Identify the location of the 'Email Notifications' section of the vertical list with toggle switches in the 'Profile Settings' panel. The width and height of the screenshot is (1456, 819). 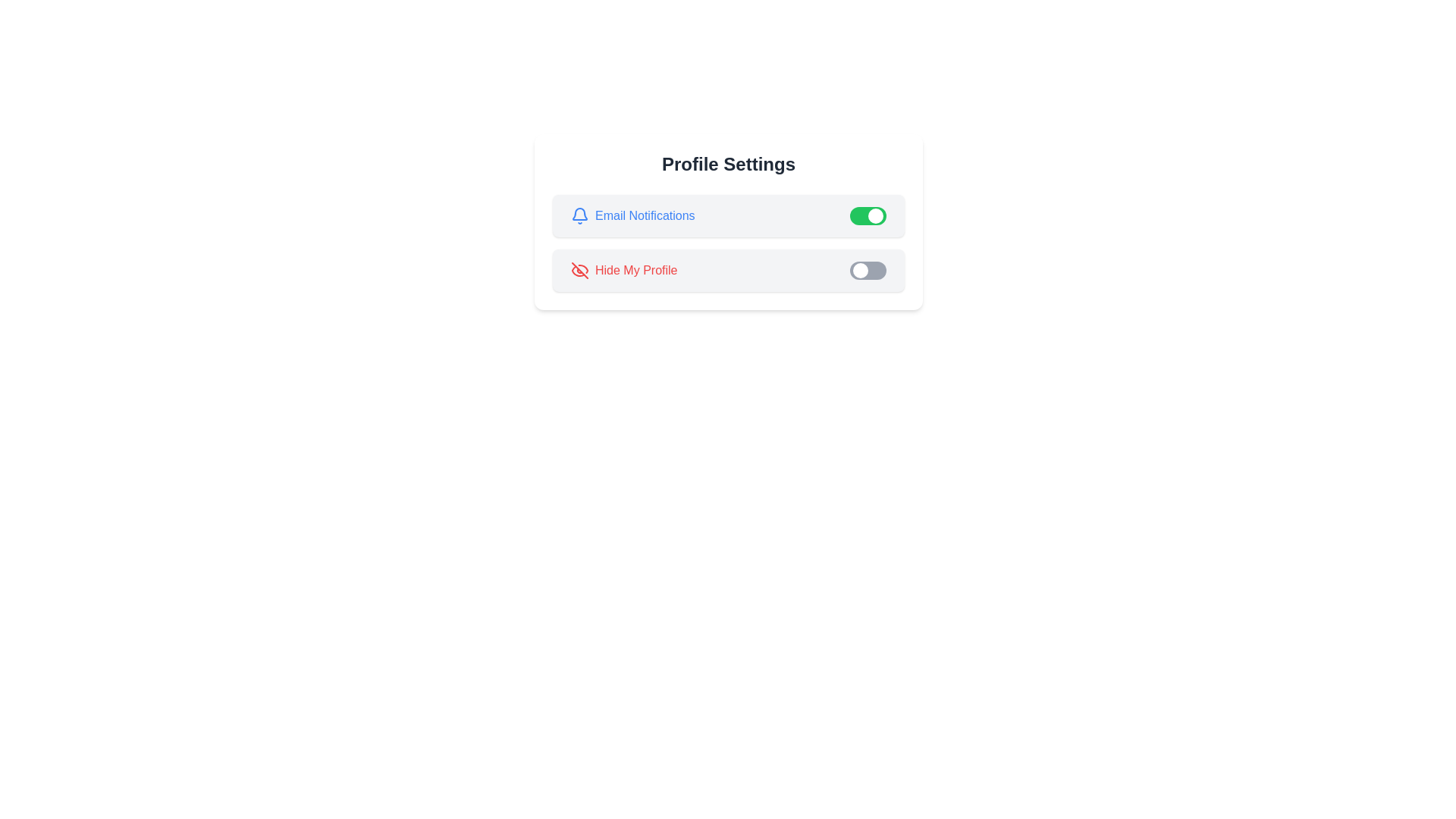
(728, 242).